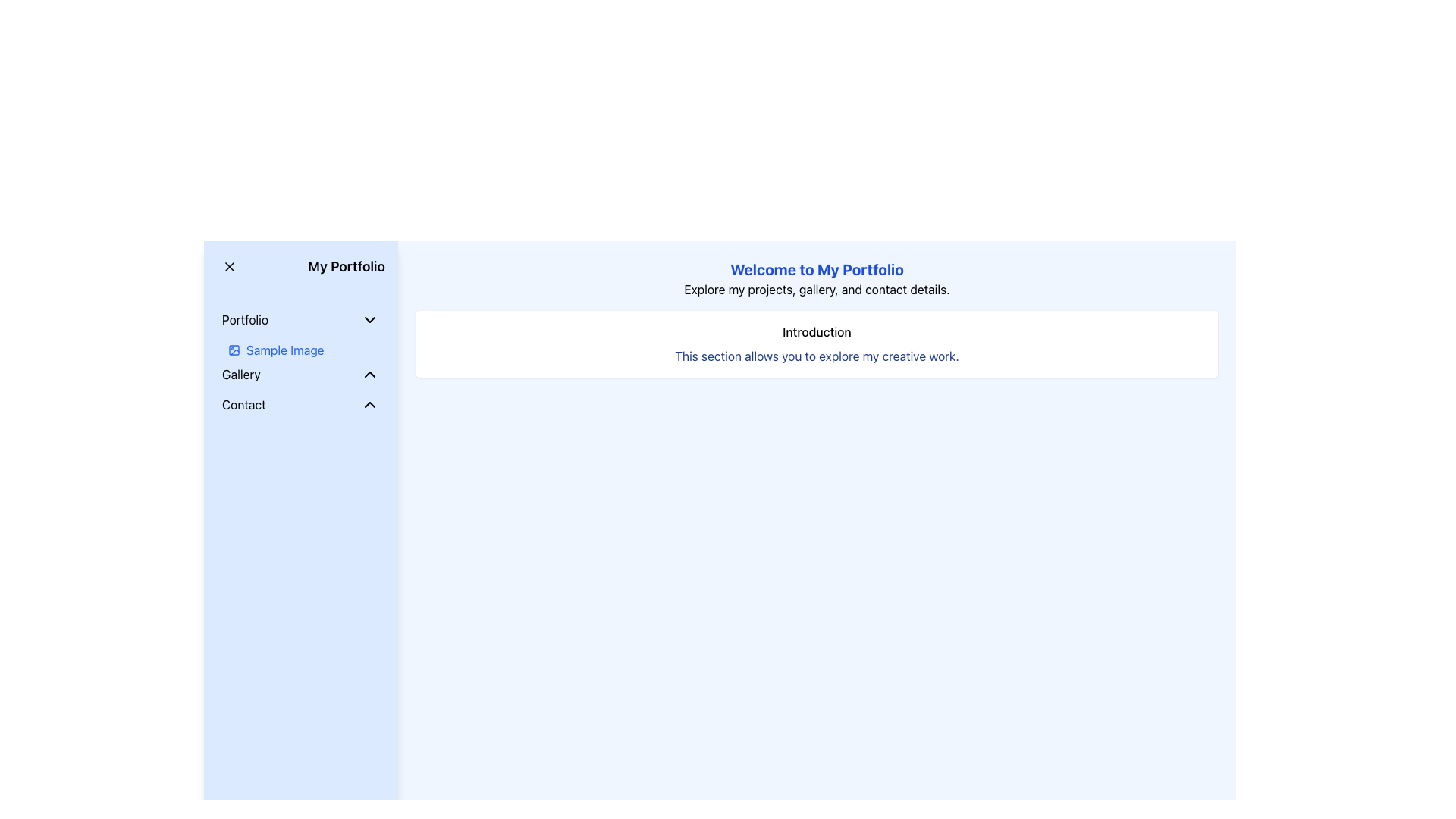 The width and height of the screenshot is (1456, 819). Describe the element at coordinates (300, 362) in the screenshot. I see `the interactive text link labeled 'Sample Image' located below the 'Portfolio' text in the left navigation panel by moving the cursor to its center point for further interaction` at that location.